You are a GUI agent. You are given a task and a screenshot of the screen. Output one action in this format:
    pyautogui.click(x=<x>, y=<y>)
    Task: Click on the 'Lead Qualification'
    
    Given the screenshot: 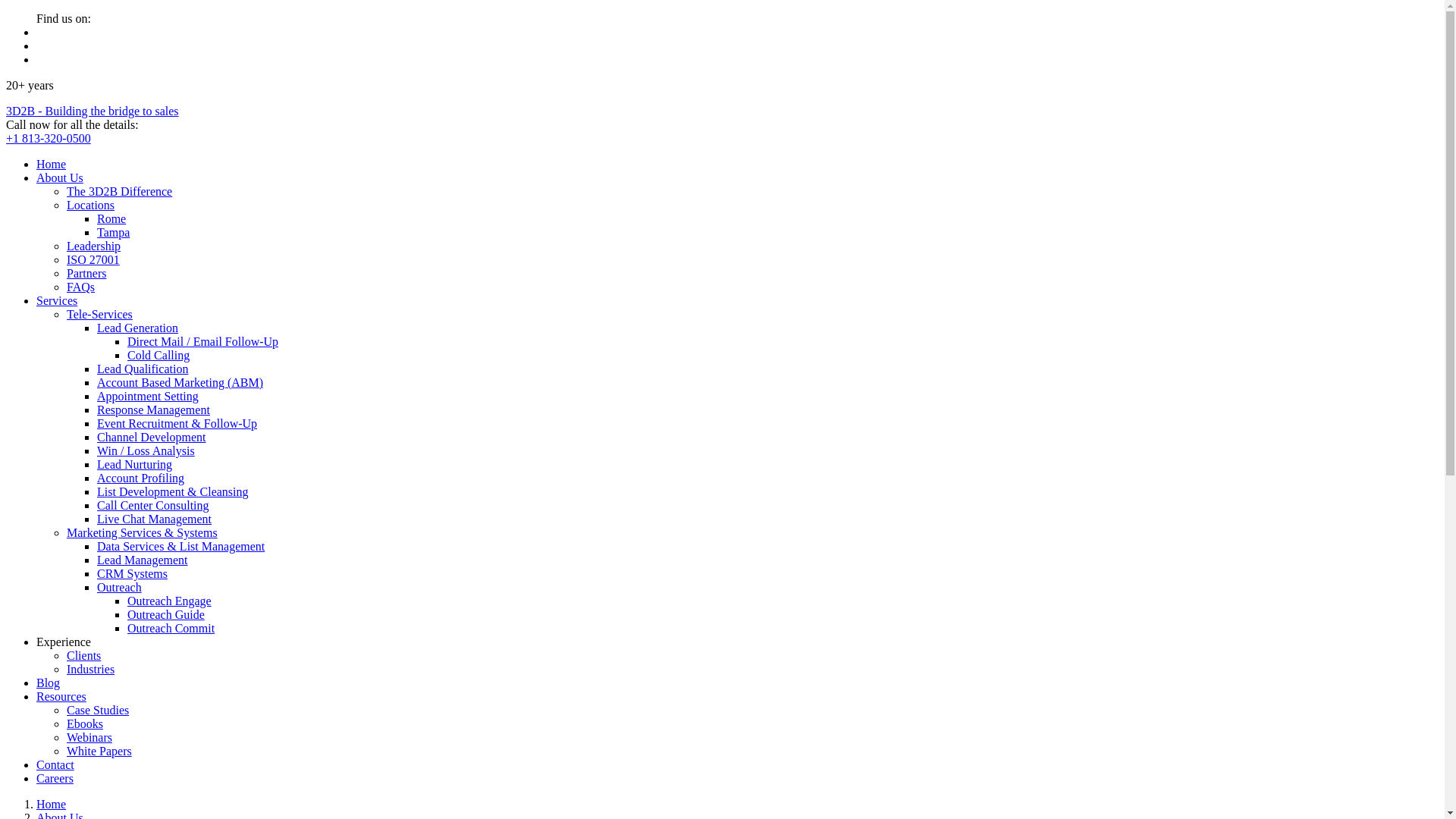 What is the action you would take?
    pyautogui.click(x=96, y=369)
    